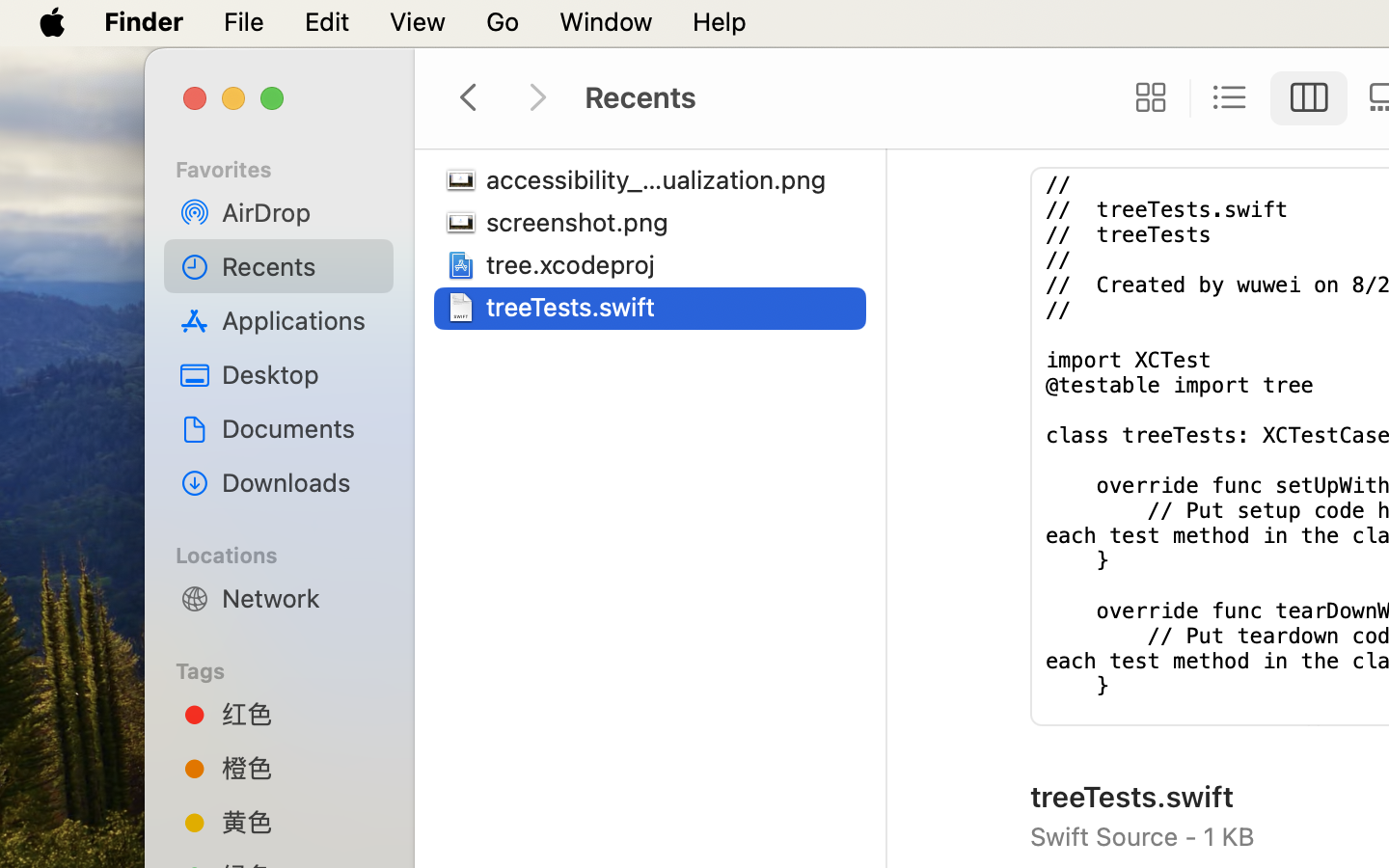 The width and height of the screenshot is (1389, 868). Describe the element at coordinates (580, 221) in the screenshot. I see `'screenshot.png'` at that location.